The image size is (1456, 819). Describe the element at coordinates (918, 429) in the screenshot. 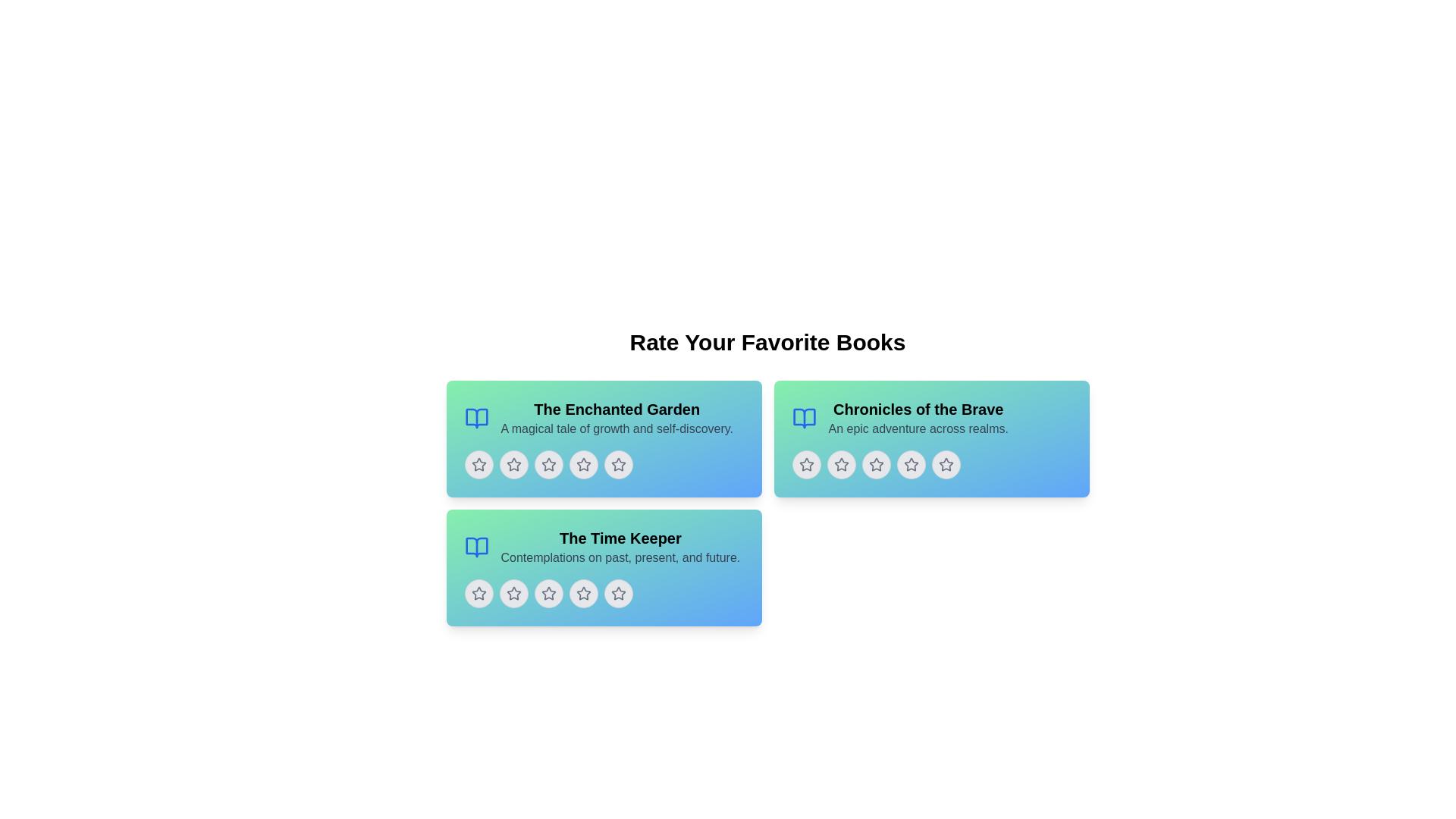

I see `the static text label that provides an informative description of the book titled 'Chronicles of the Brave', located beneath the main title and above the rating stars` at that location.